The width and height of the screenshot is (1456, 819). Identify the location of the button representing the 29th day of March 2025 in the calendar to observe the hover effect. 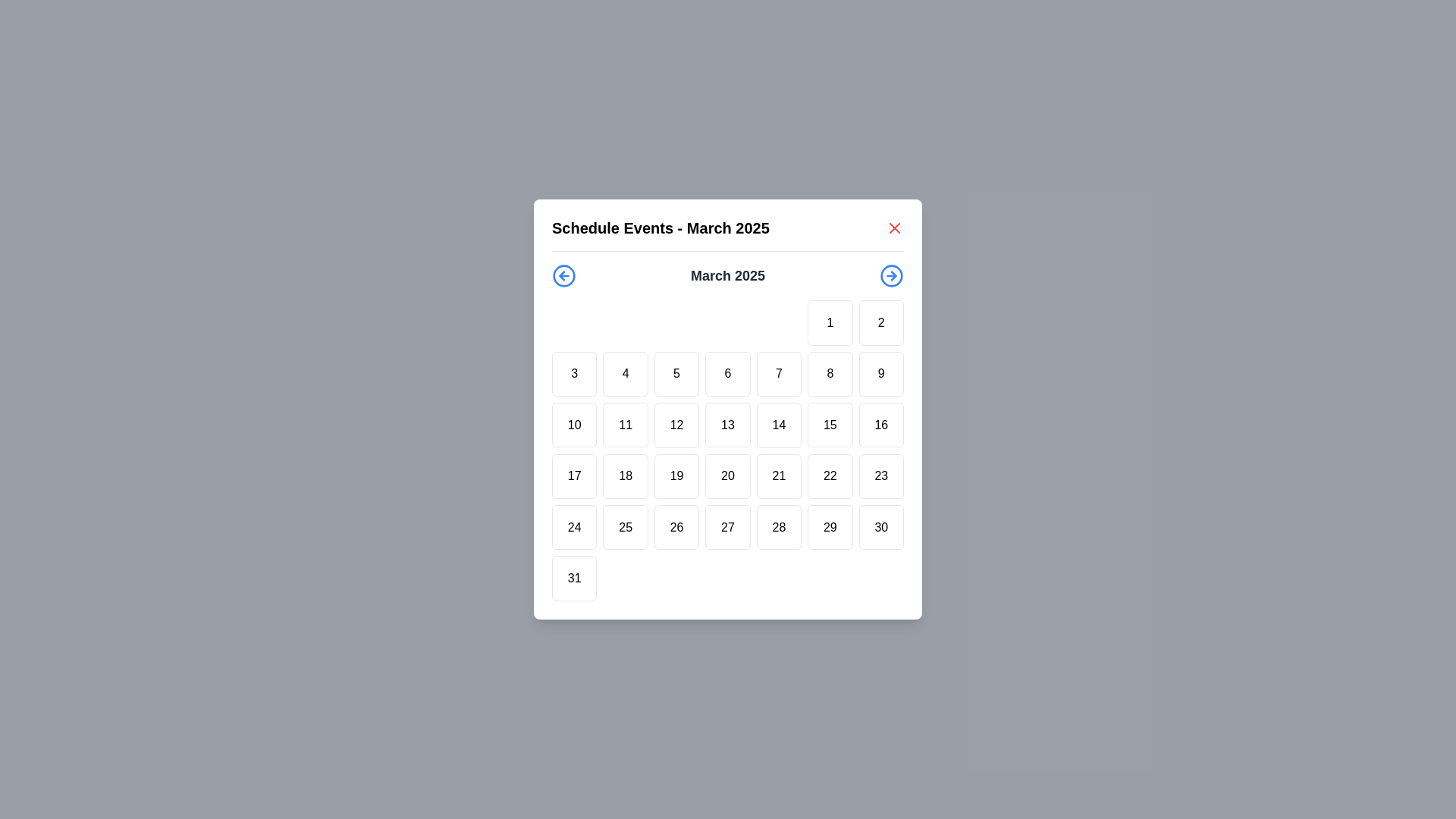
(829, 526).